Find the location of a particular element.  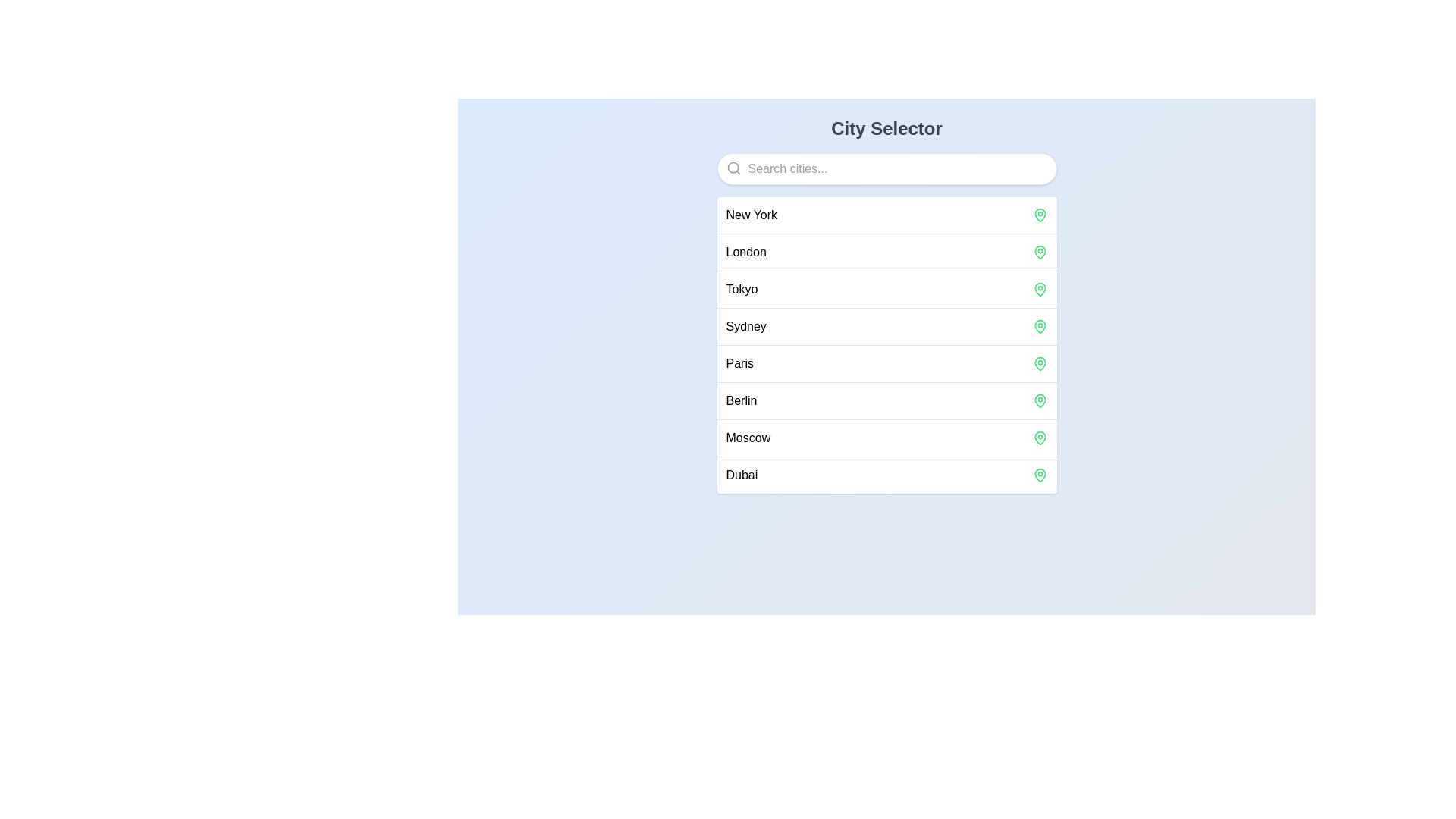

the text label displaying 'Tokyo' in bold font, which is the third item in a vertical list of city names is located at coordinates (742, 289).